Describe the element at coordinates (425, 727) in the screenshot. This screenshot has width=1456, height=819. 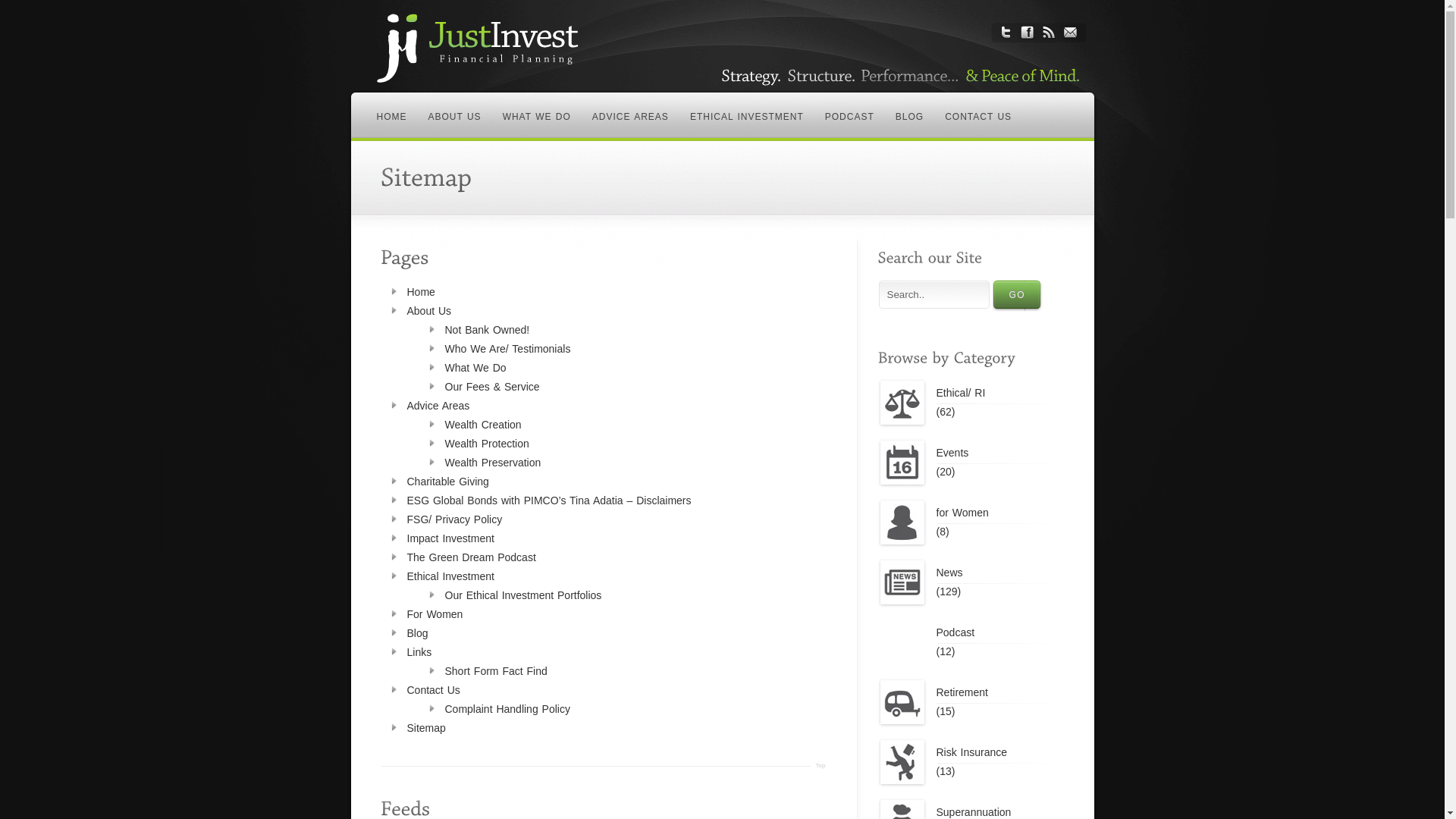
I see `'Sitemap'` at that location.